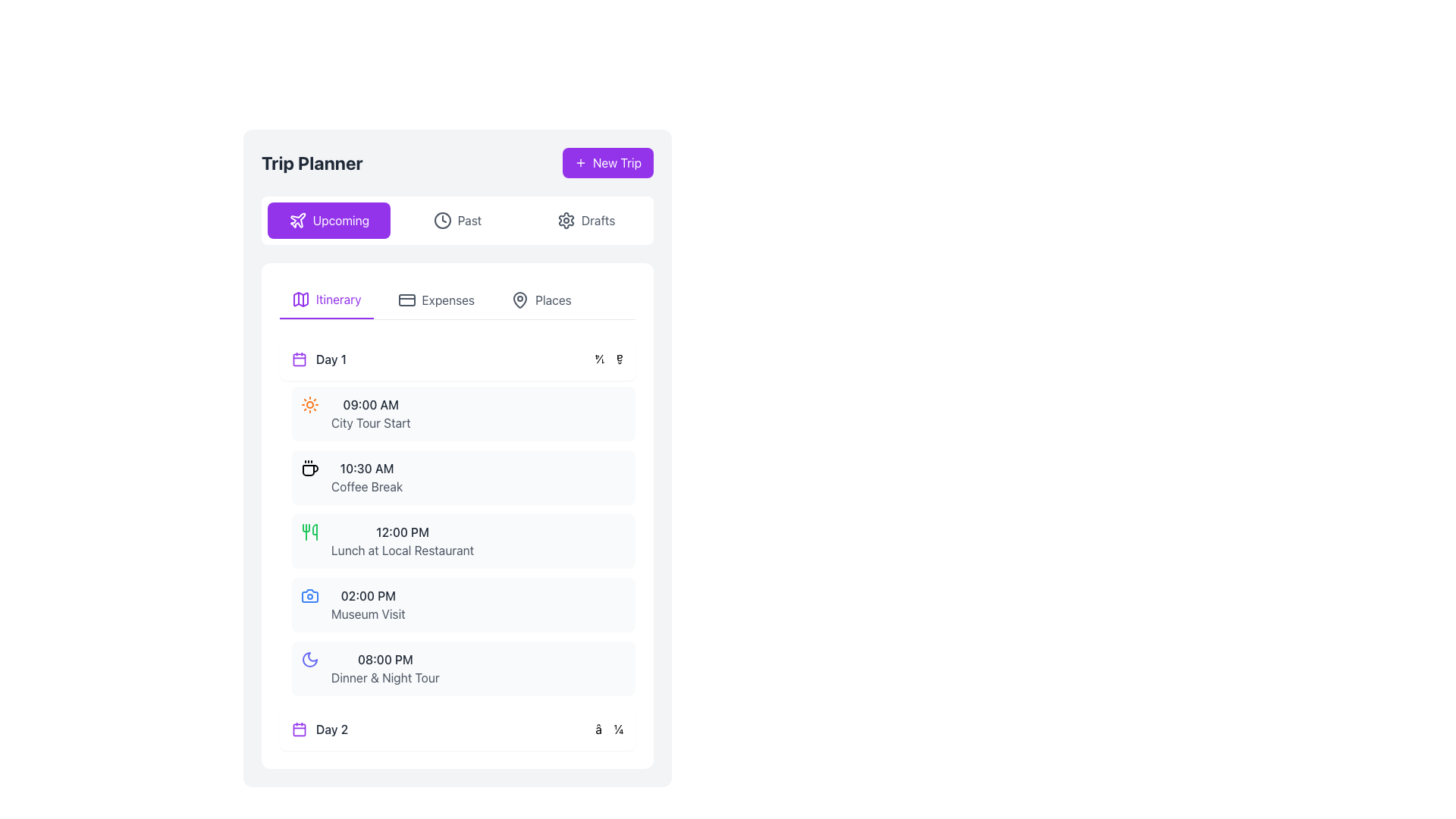 The width and height of the screenshot is (1456, 819). Describe the element at coordinates (617, 163) in the screenshot. I see `the button containing the text label that initiates the action of creating a new trip, located at the top-right corner of the interface under the header section` at that location.